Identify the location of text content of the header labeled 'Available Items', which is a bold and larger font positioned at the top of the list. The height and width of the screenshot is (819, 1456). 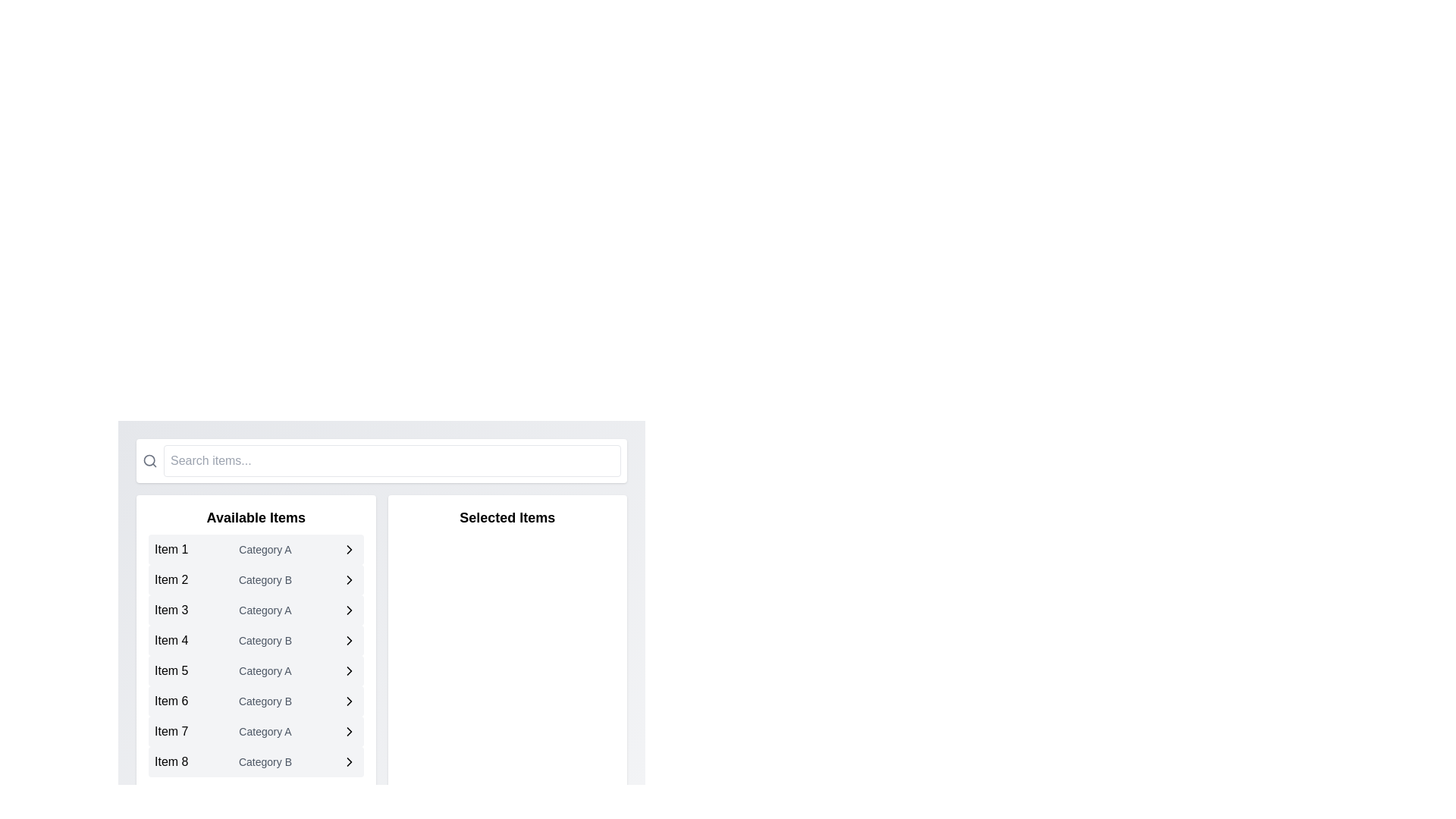
(256, 516).